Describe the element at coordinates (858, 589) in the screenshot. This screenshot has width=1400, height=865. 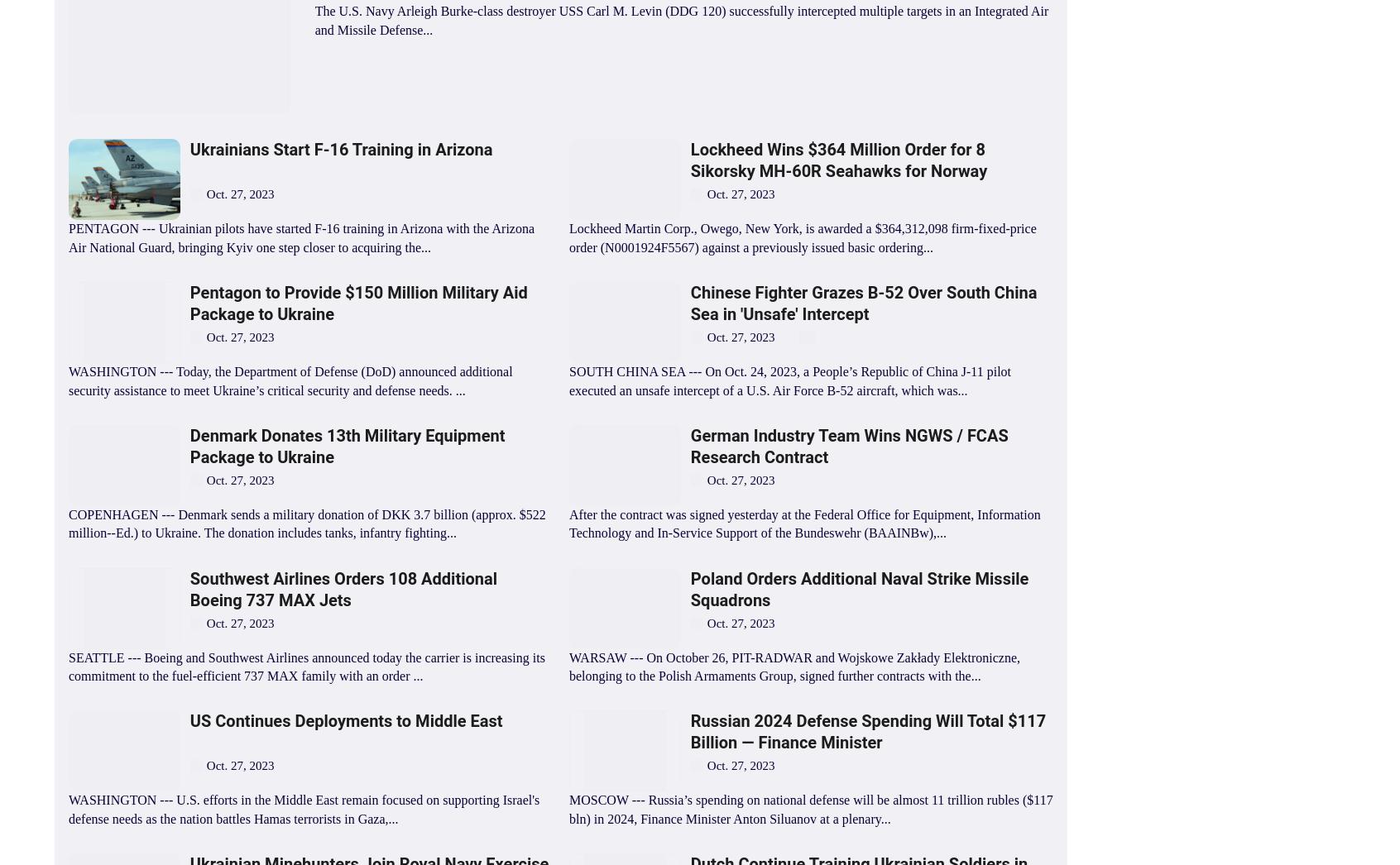
I see `'Poland Orders Additional Naval Strike Missile Squadrons'` at that location.